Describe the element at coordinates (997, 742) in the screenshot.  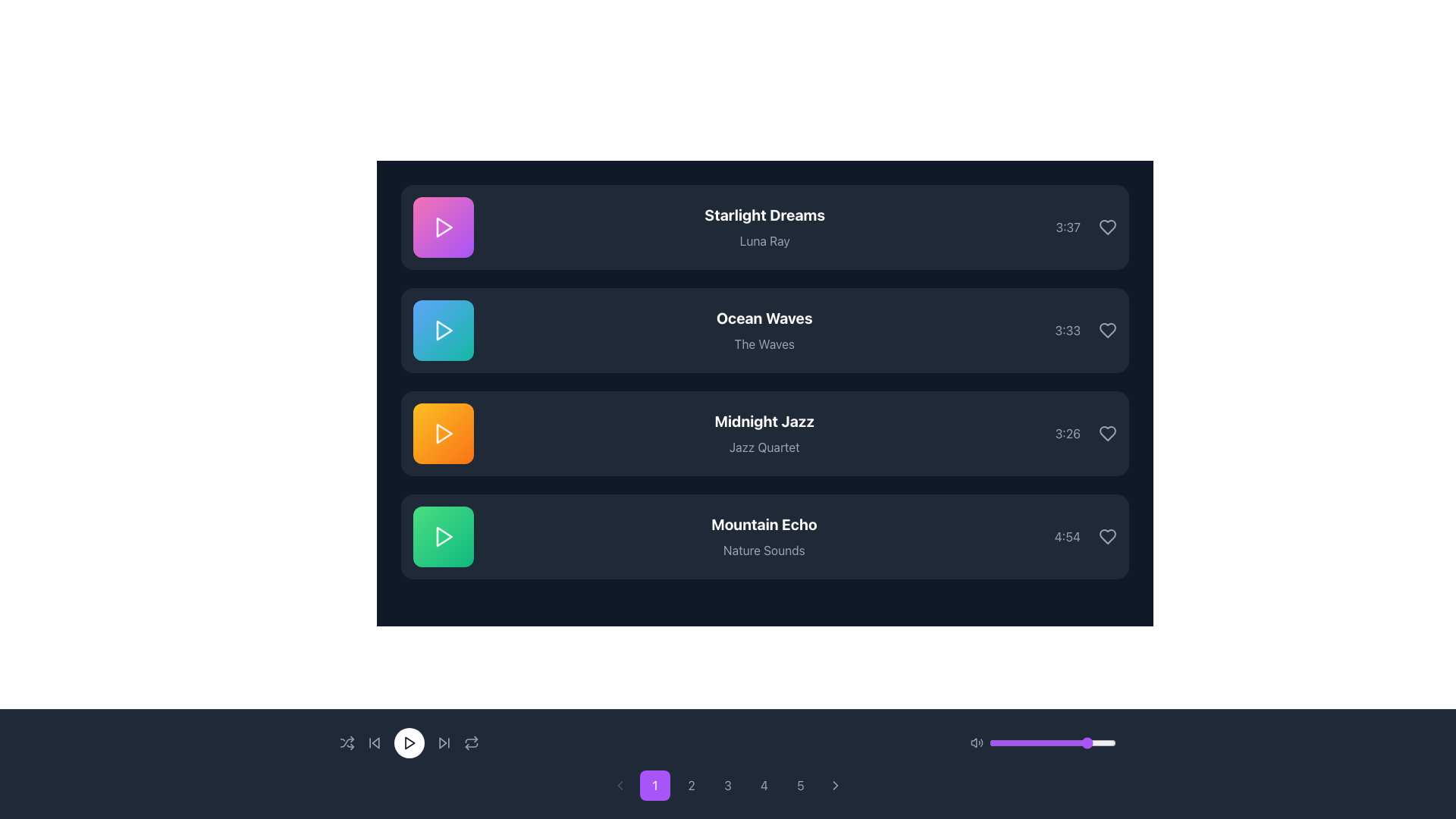
I see `the volume` at that location.